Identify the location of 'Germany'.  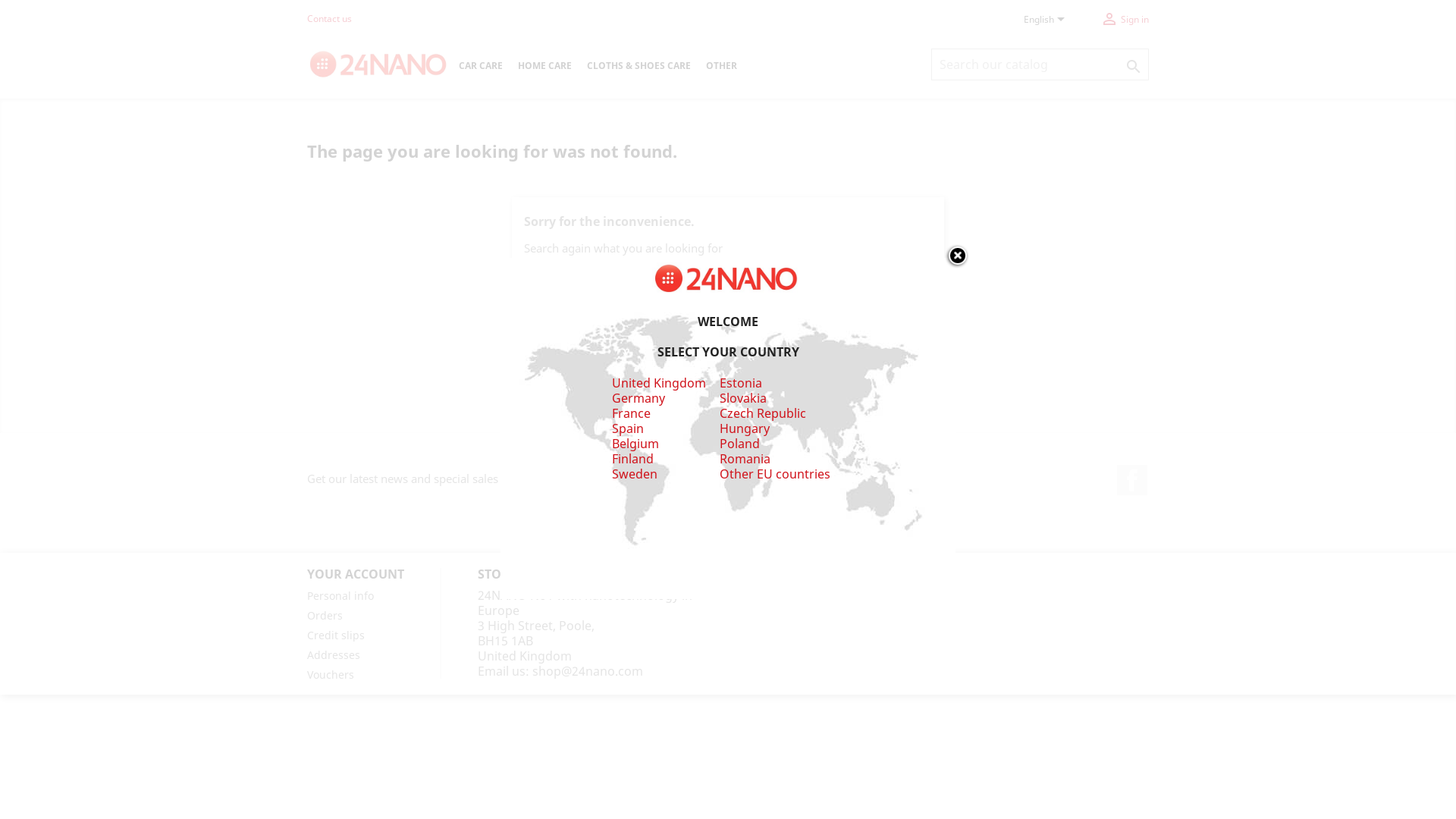
(637, 397).